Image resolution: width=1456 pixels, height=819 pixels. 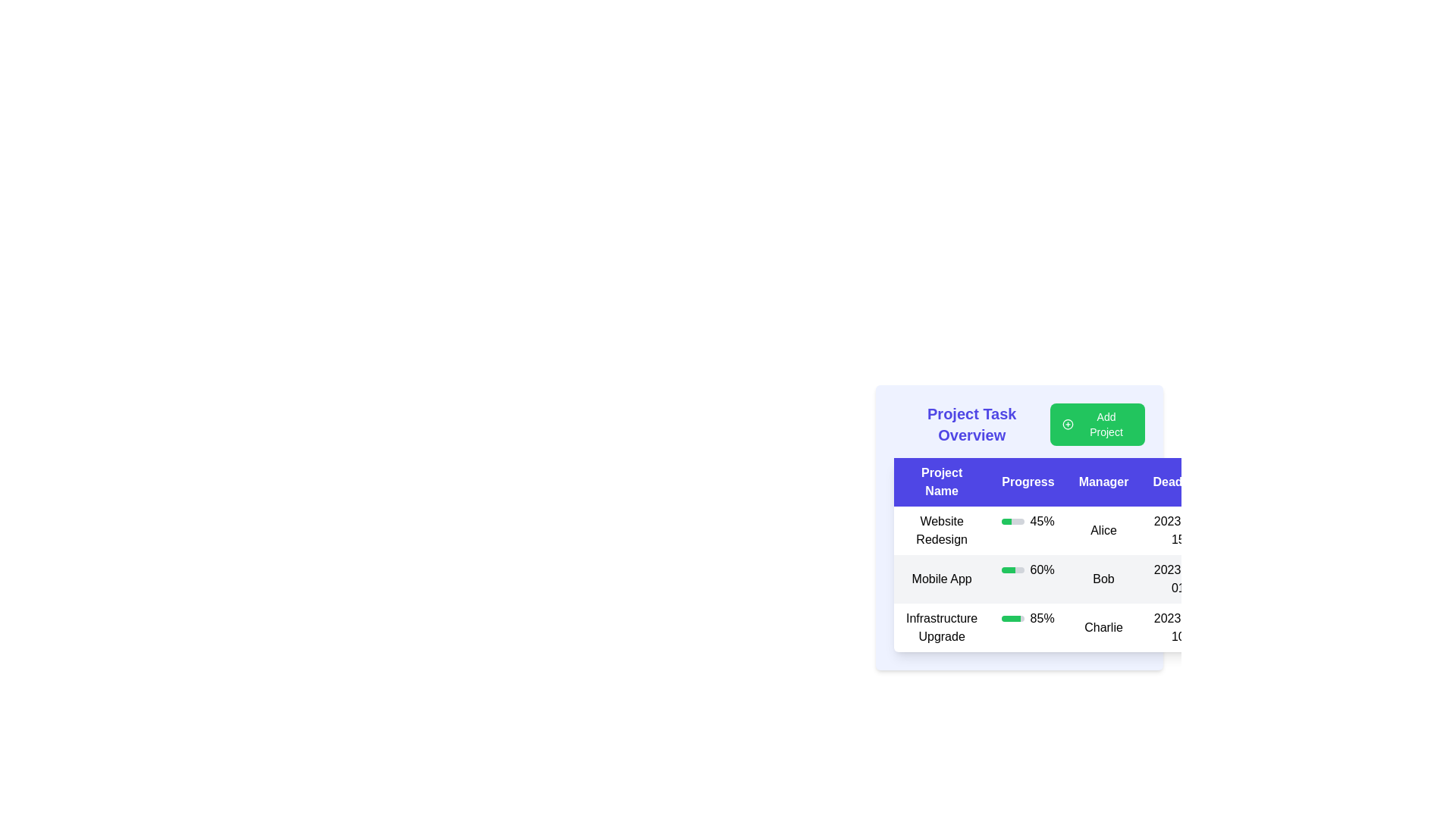 I want to click on text '85%' from the Text Label element in the 'Progress' column of the third row within the 'Project Task Overview' table to understand the progress percentage, so click(x=1041, y=619).